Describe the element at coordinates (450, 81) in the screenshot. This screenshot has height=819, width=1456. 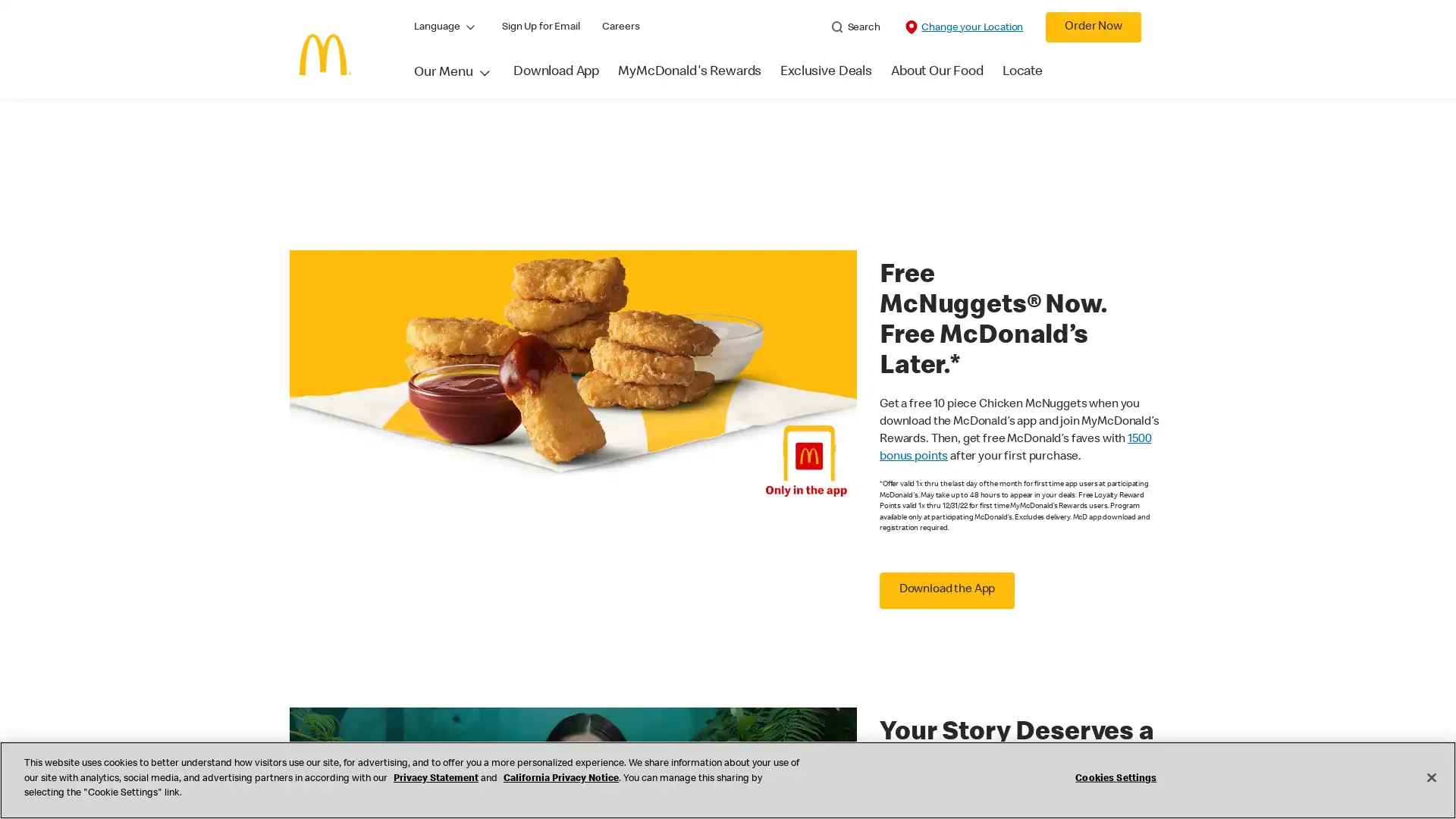
I see `Our Menu` at that location.